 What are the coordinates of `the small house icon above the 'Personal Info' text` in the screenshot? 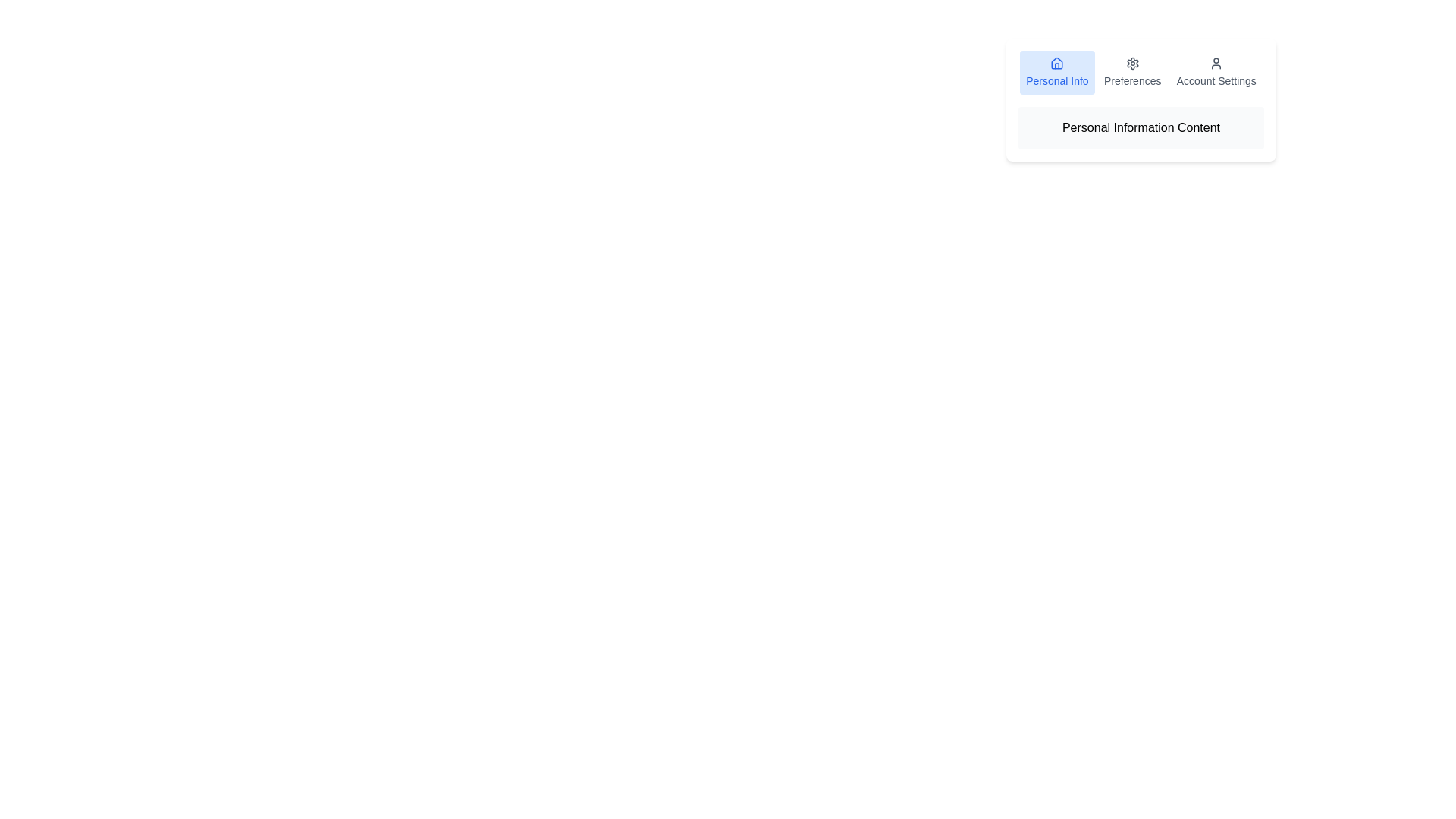 It's located at (1056, 63).